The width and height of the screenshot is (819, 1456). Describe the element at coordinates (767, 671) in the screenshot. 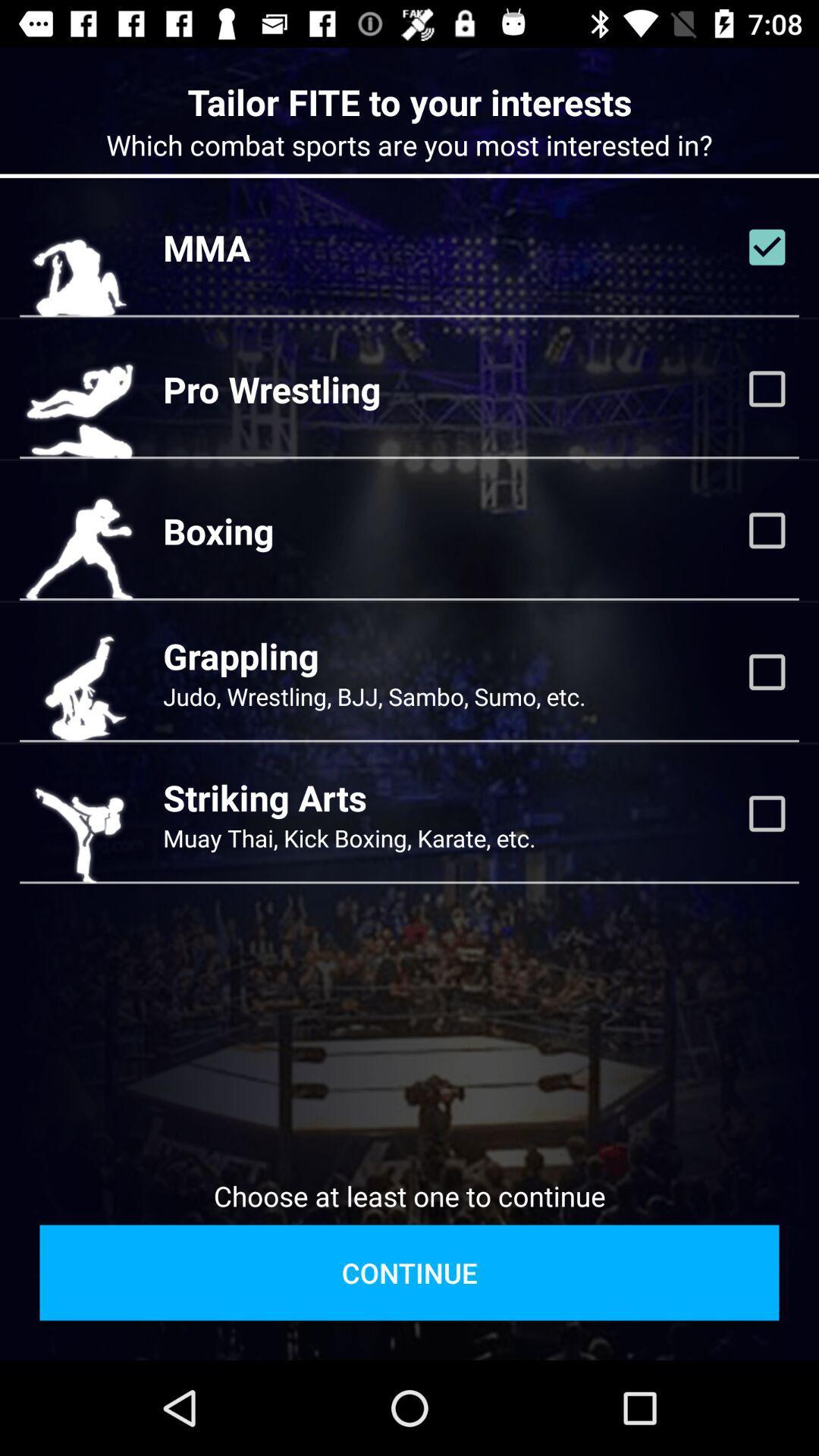

I see `grappling` at that location.